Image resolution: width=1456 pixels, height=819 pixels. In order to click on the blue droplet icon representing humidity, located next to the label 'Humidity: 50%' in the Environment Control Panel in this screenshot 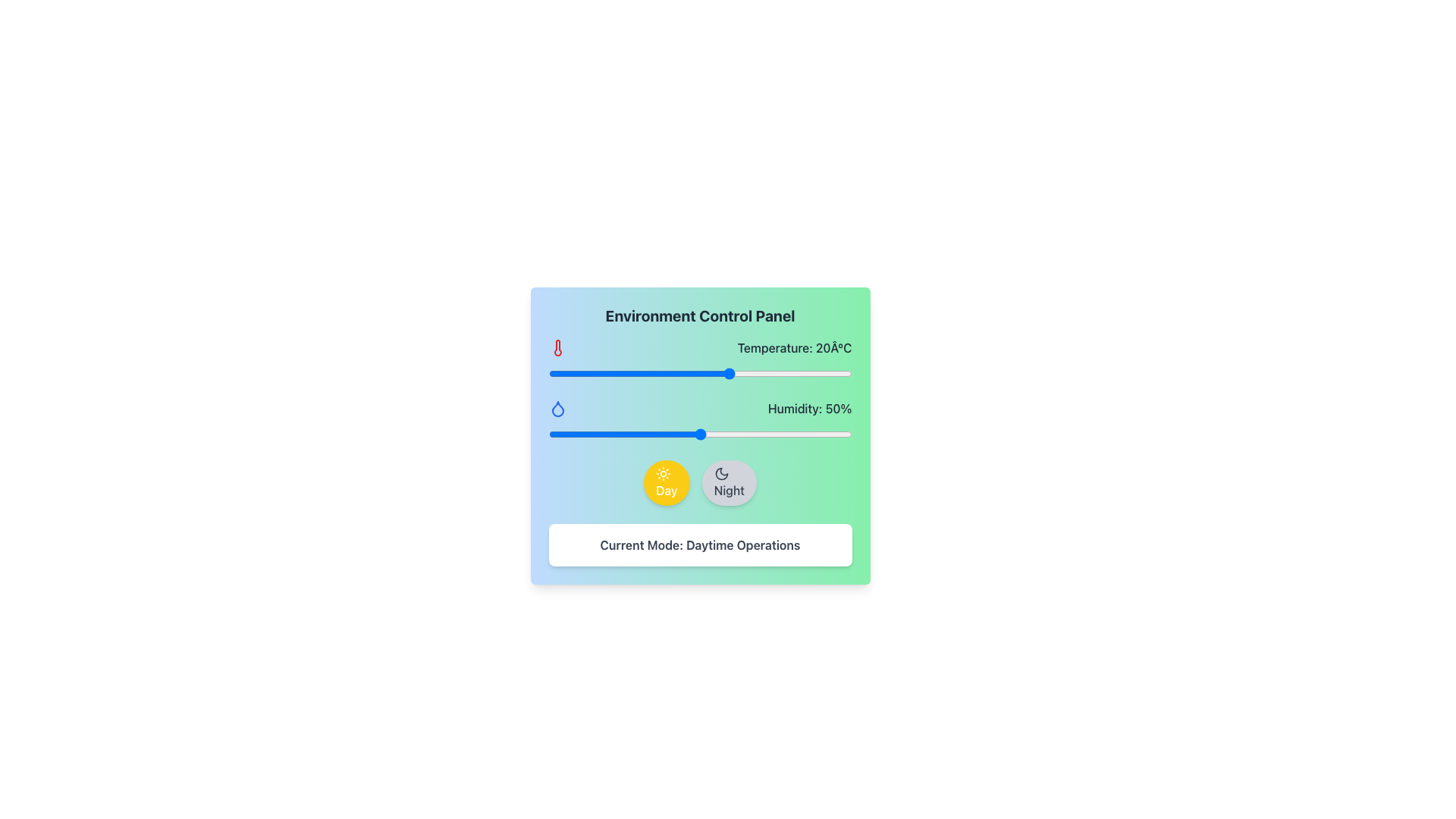, I will do `click(557, 408)`.